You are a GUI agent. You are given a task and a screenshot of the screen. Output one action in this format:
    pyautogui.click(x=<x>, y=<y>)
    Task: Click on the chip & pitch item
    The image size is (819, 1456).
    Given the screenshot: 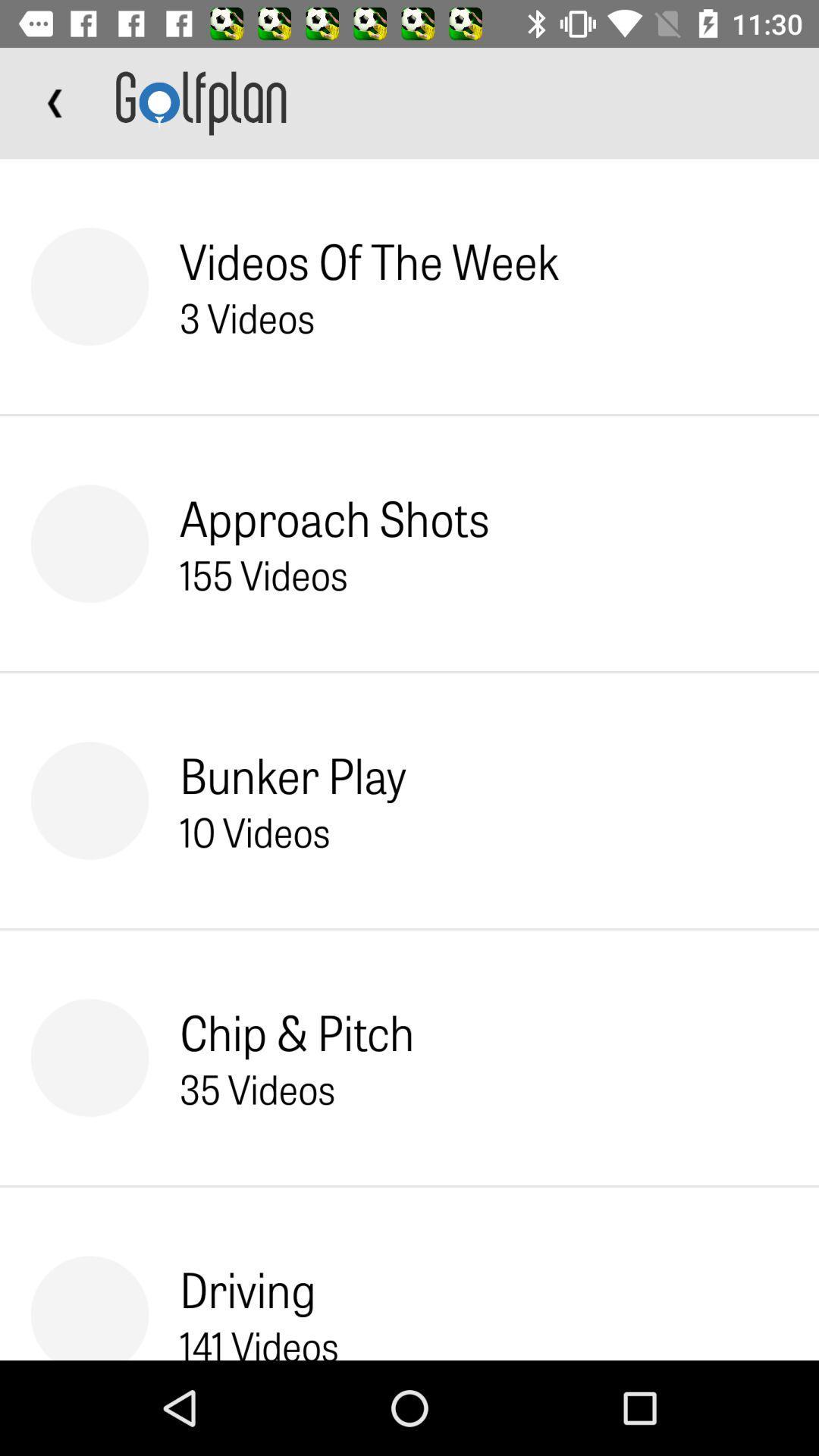 What is the action you would take?
    pyautogui.click(x=297, y=1031)
    